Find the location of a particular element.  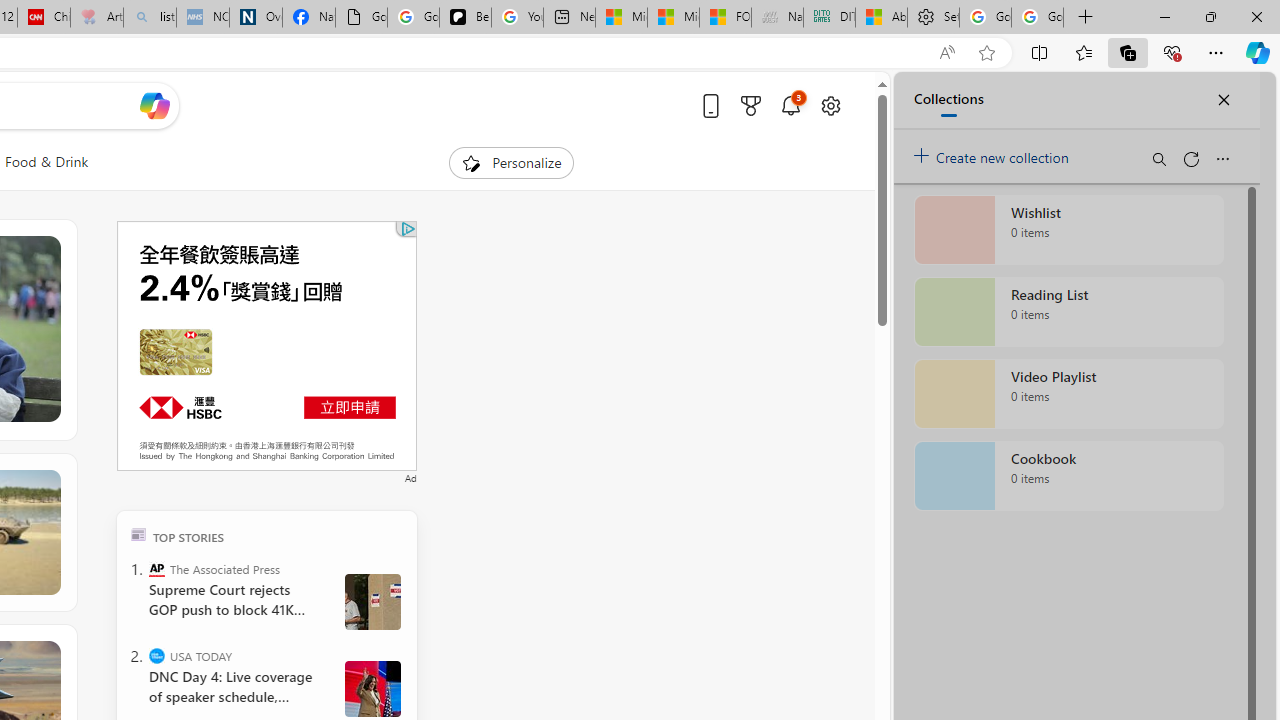

'Arthritis: Ask Health Professionals - Sleeping' is located at coordinates (95, 17).